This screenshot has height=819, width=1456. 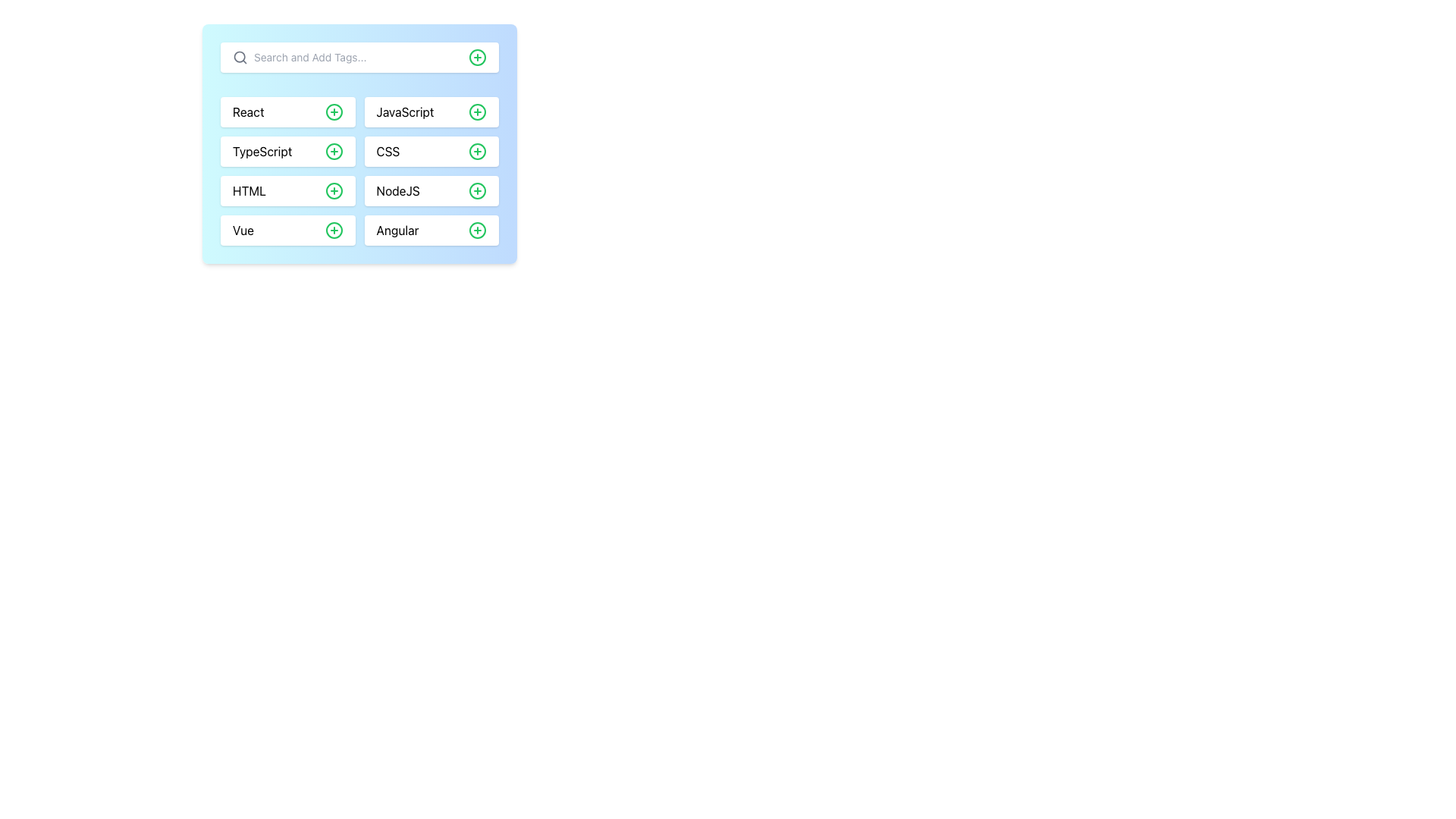 What do you see at coordinates (476, 57) in the screenshot?
I see `the circular outline within the plus icon located in the top-right corner of the interface near the search bar` at bounding box center [476, 57].